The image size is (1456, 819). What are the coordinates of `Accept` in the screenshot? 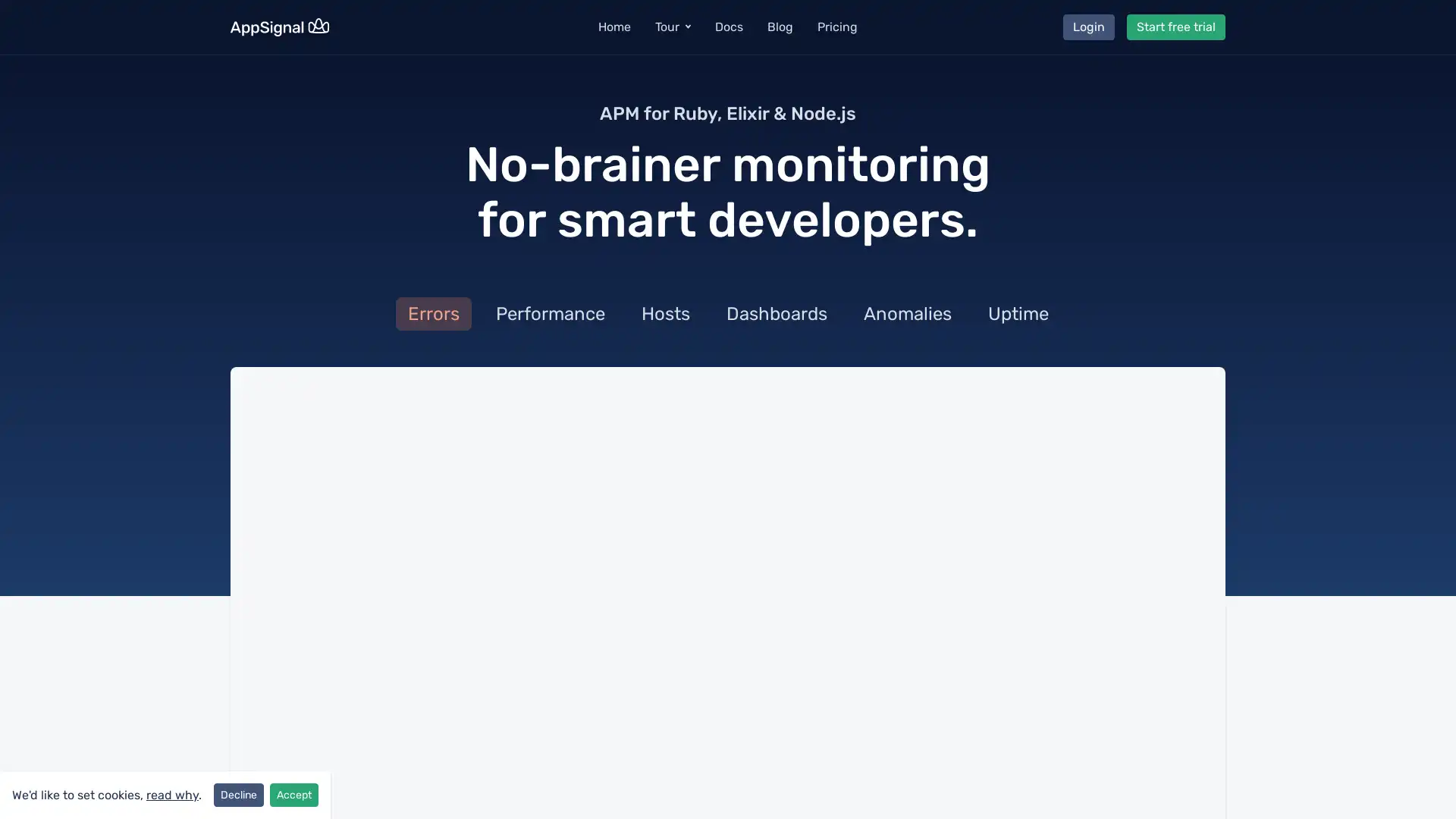 It's located at (294, 794).